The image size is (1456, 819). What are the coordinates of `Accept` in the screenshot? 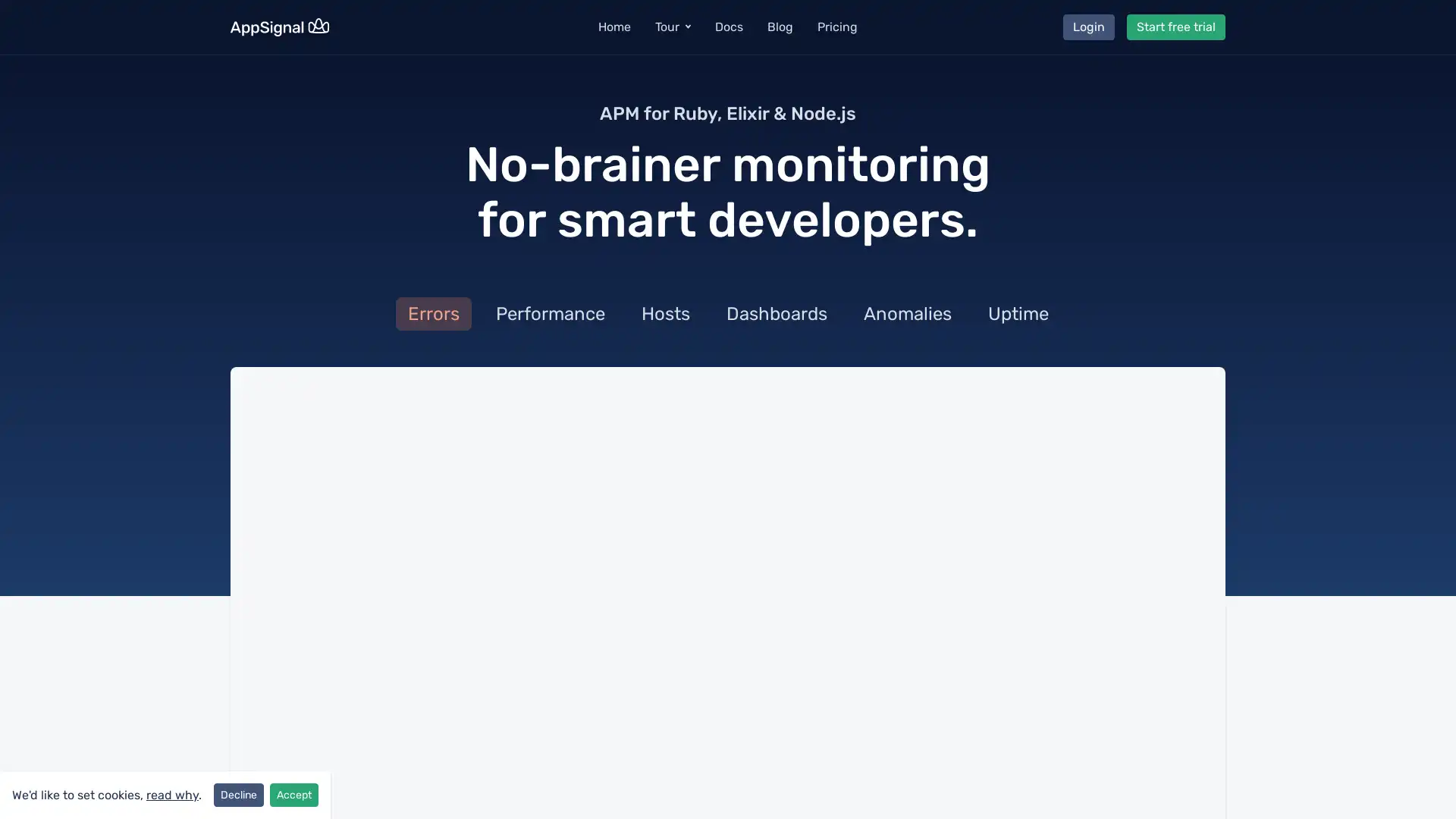 It's located at (294, 794).